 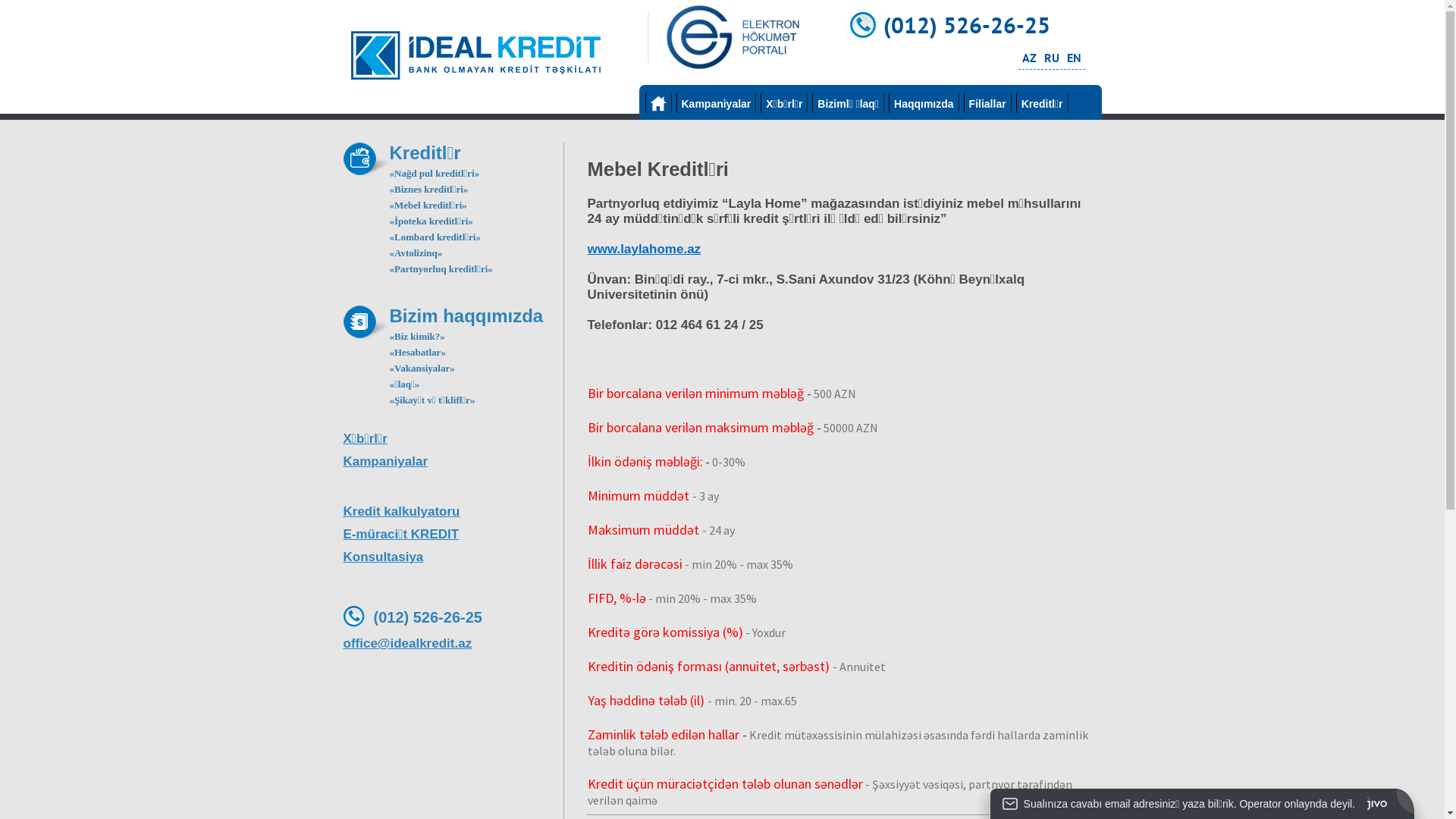 What do you see at coordinates (644, 248) in the screenshot?
I see `'www.laylahome.az'` at bounding box center [644, 248].